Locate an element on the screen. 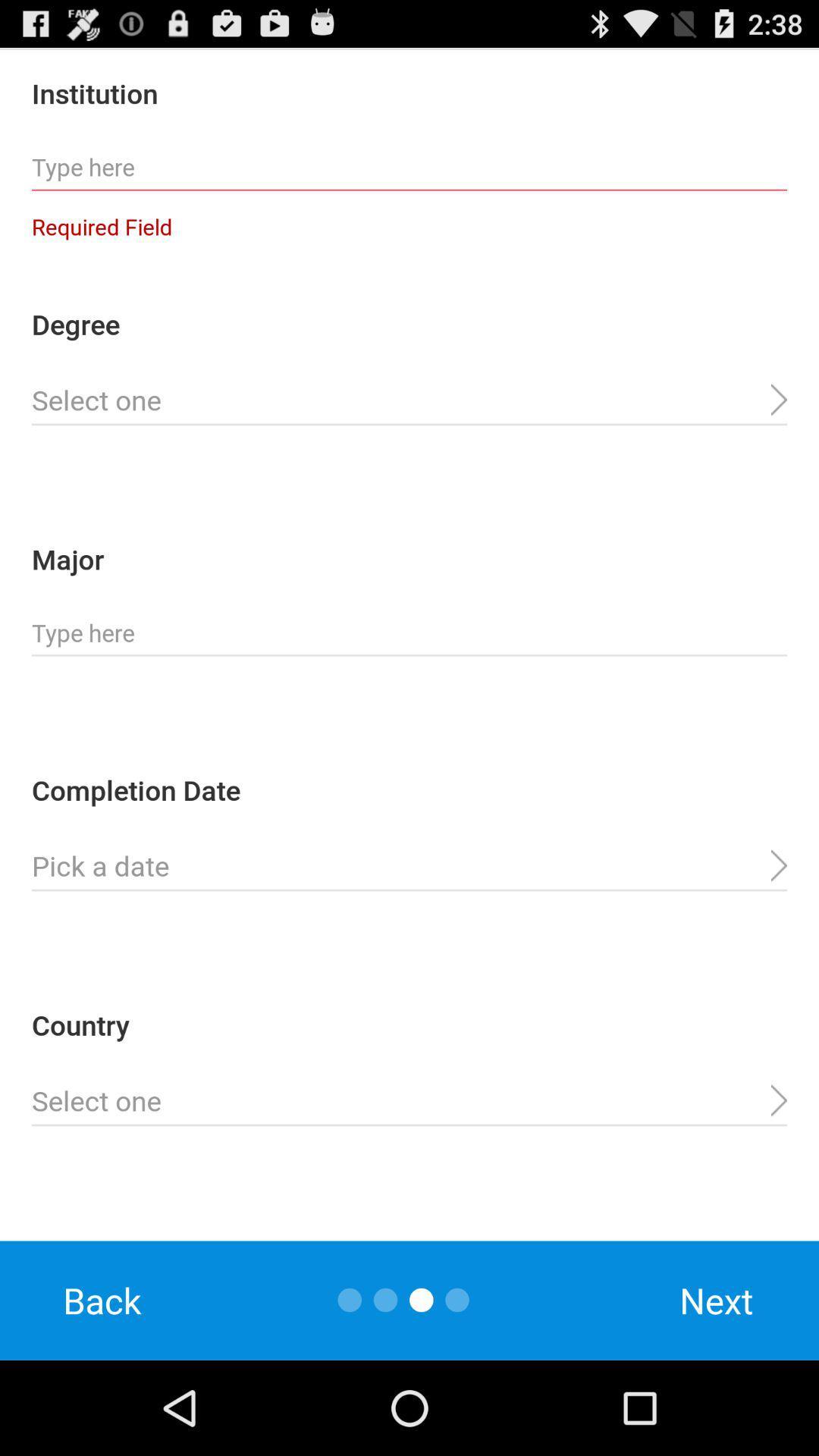 This screenshot has height=1456, width=819. your major is located at coordinates (409, 633).